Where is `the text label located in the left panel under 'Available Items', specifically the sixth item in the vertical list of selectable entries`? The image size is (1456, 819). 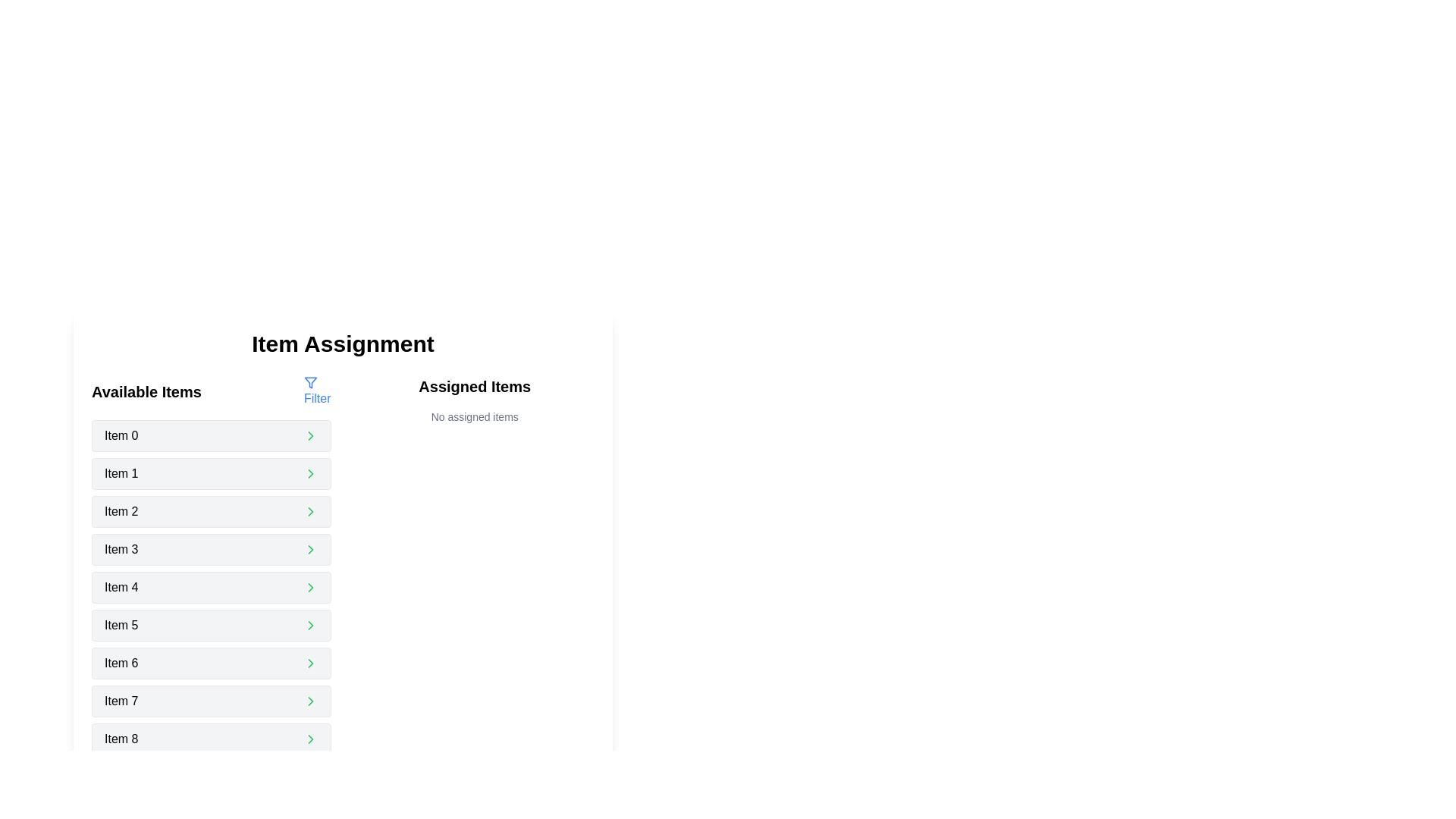 the text label located in the left panel under 'Available Items', specifically the sixth item in the vertical list of selectable entries is located at coordinates (121, 626).